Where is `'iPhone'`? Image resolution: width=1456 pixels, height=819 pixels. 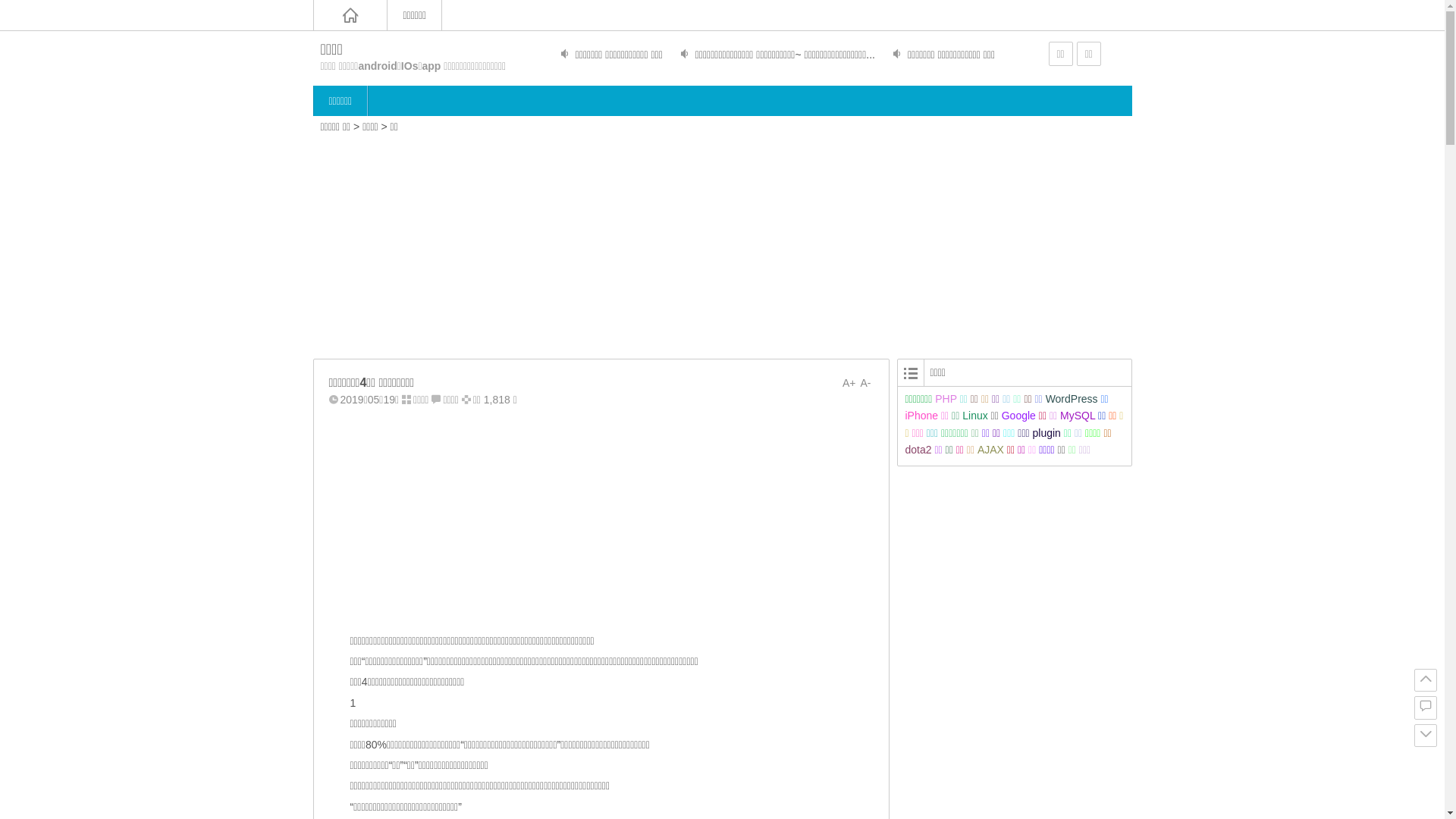 'iPhone' is located at coordinates (905, 415).